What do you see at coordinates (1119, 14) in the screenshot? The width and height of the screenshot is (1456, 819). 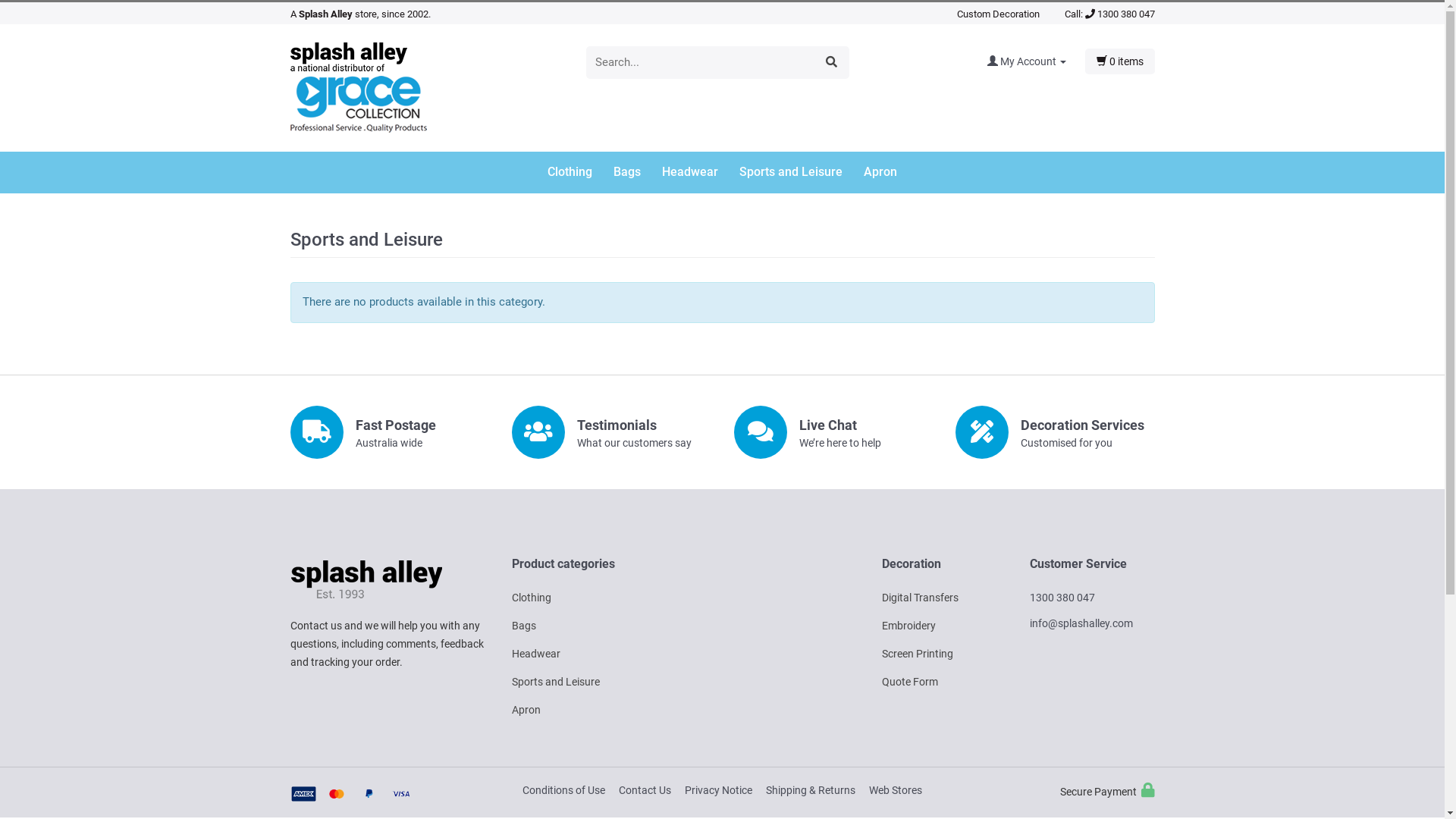 I see `'1300 380 047'` at bounding box center [1119, 14].